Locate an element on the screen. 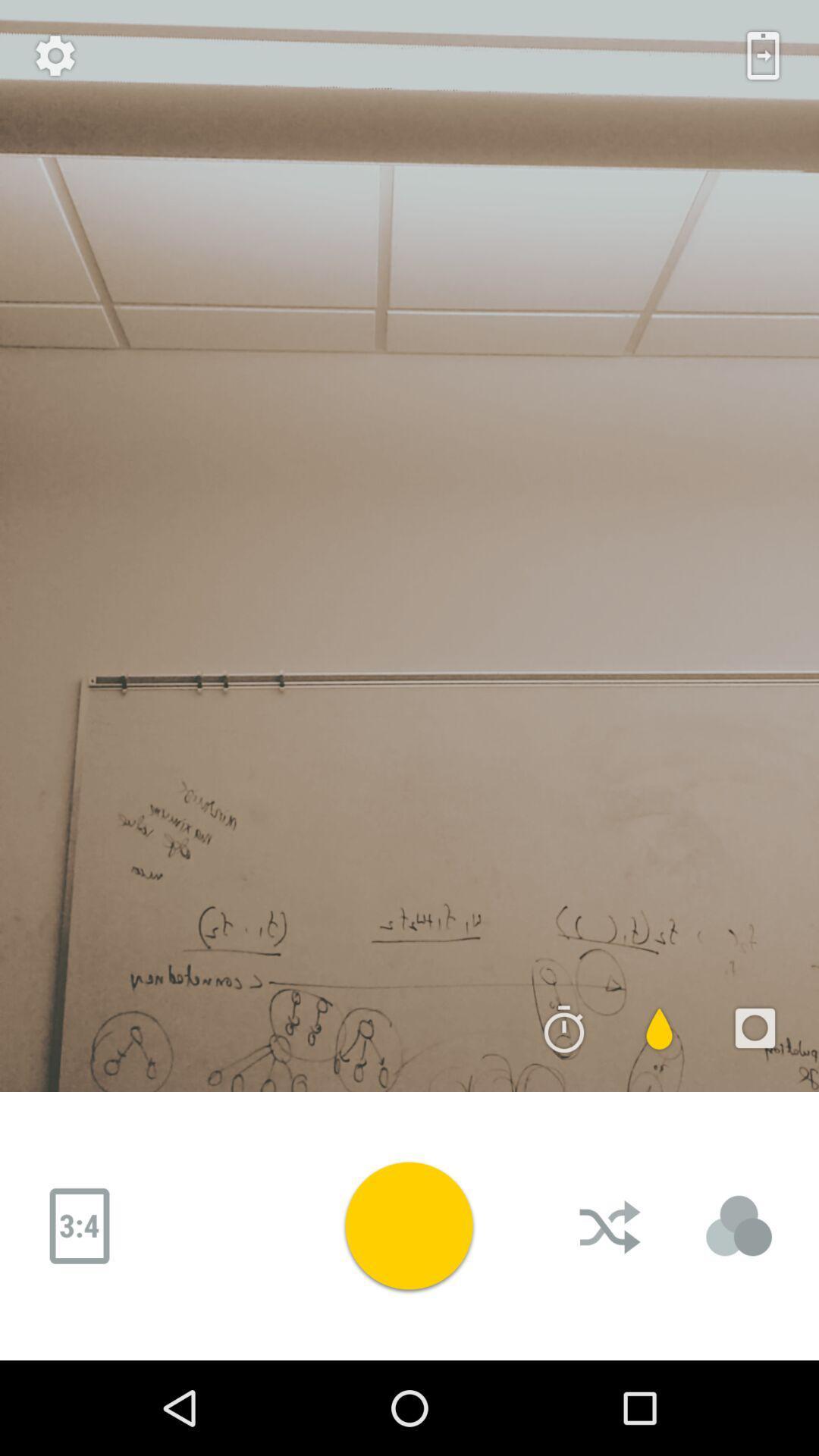 This screenshot has width=819, height=1456. acess phone is located at coordinates (763, 55).